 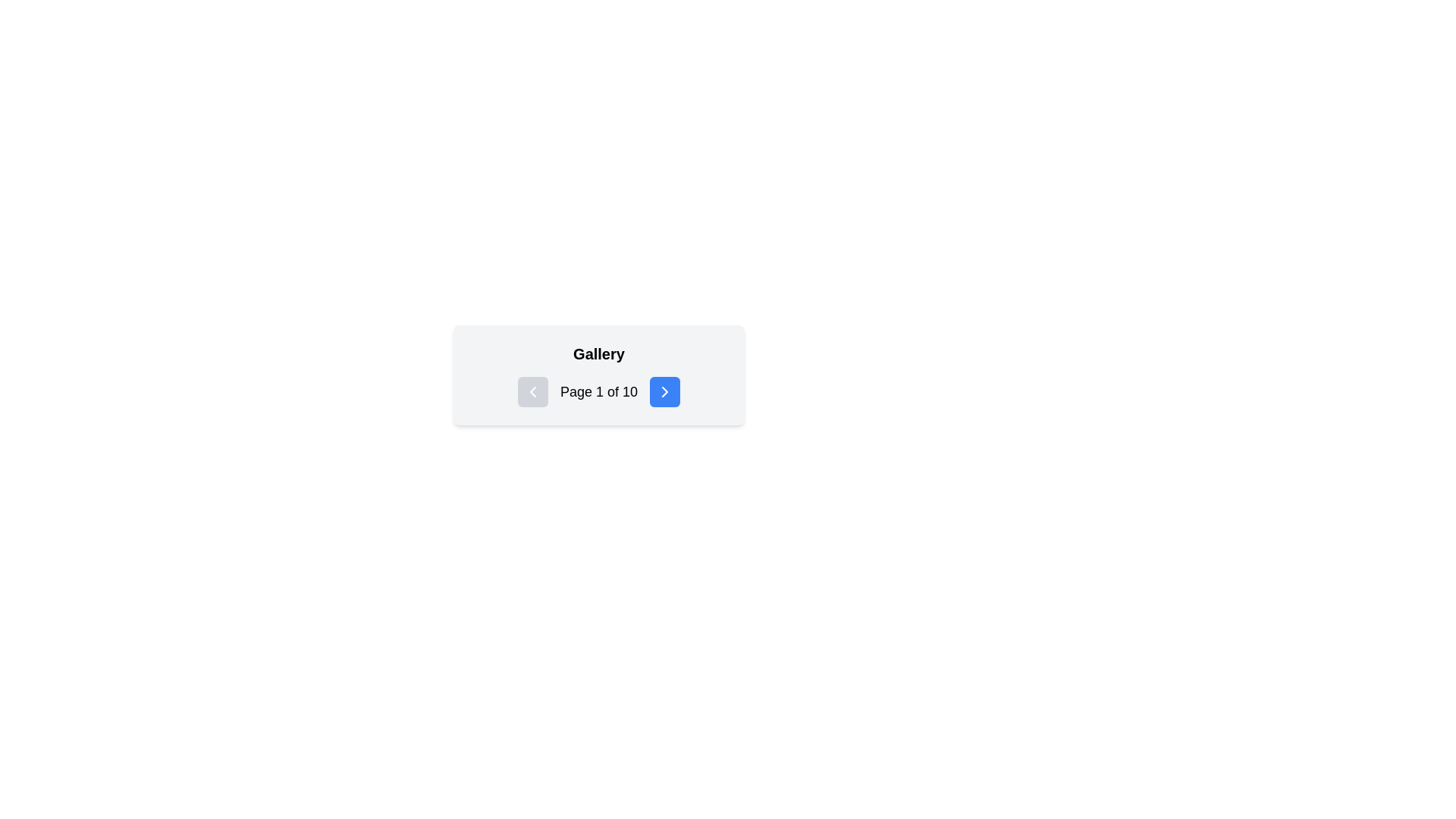 What do you see at coordinates (598, 353) in the screenshot?
I see `the text label that serves as a header or title for the card, positioned at the top center above the 'Page 1 of 10' text and navigation controls` at bounding box center [598, 353].